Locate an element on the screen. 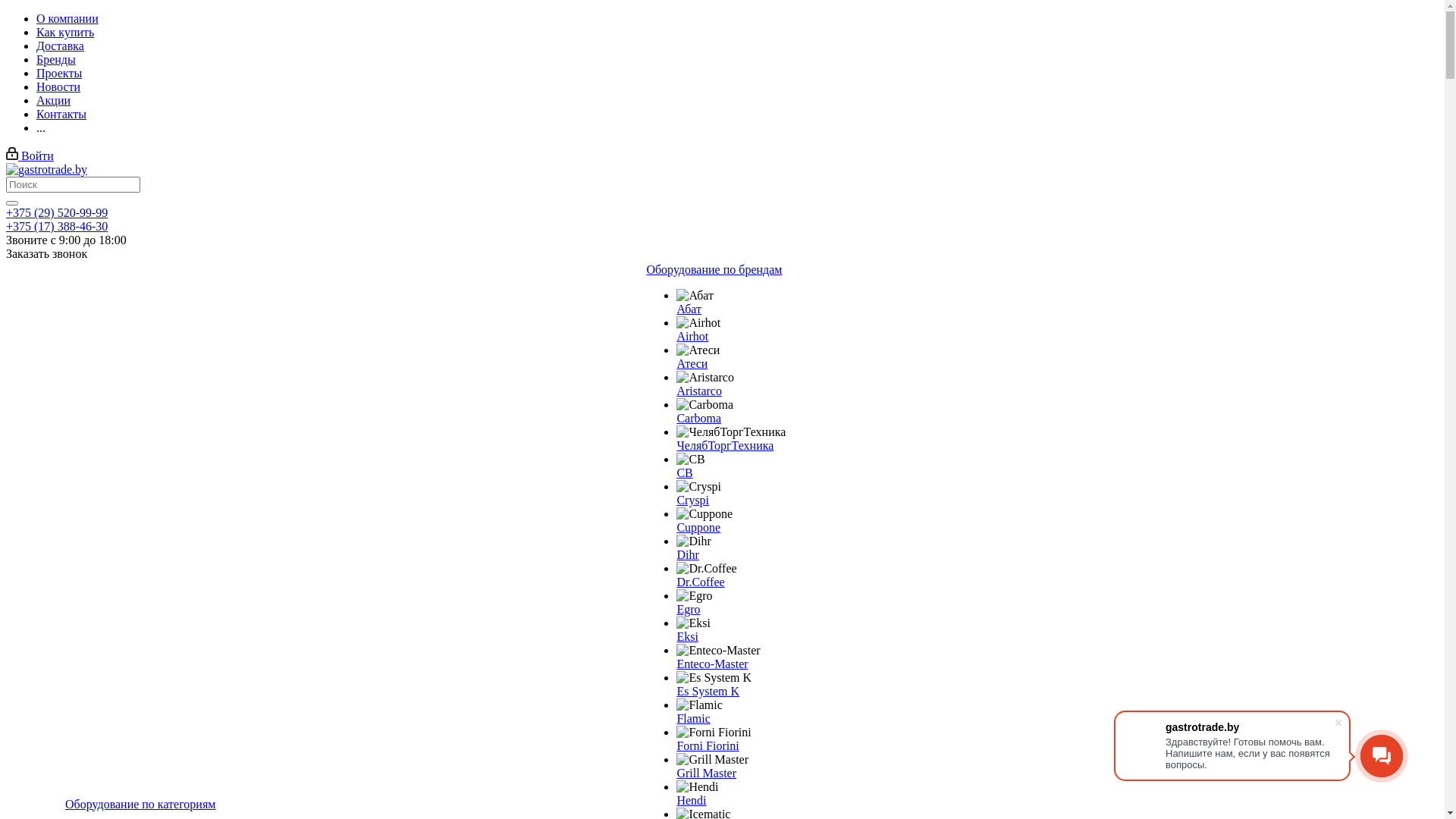 Image resolution: width=1456 pixels, height=819 pixels. 'Cuppone' is located at coordinates (704, 513).